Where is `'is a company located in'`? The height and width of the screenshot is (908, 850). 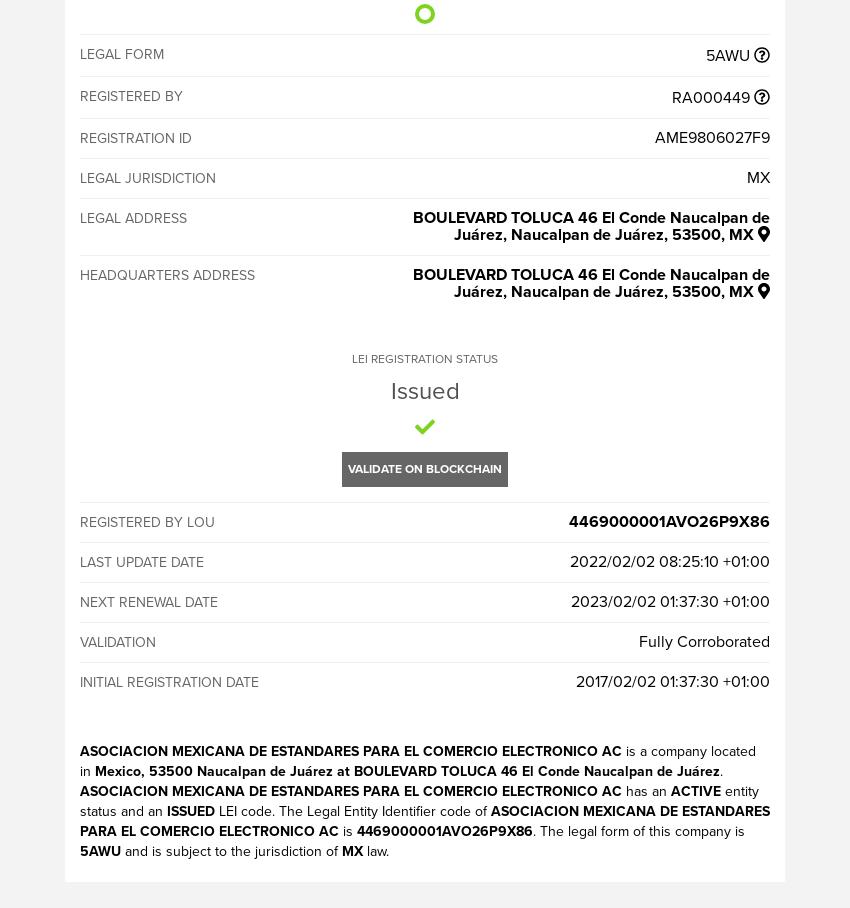 'is a company located in' is located at coordinates (418, 760).